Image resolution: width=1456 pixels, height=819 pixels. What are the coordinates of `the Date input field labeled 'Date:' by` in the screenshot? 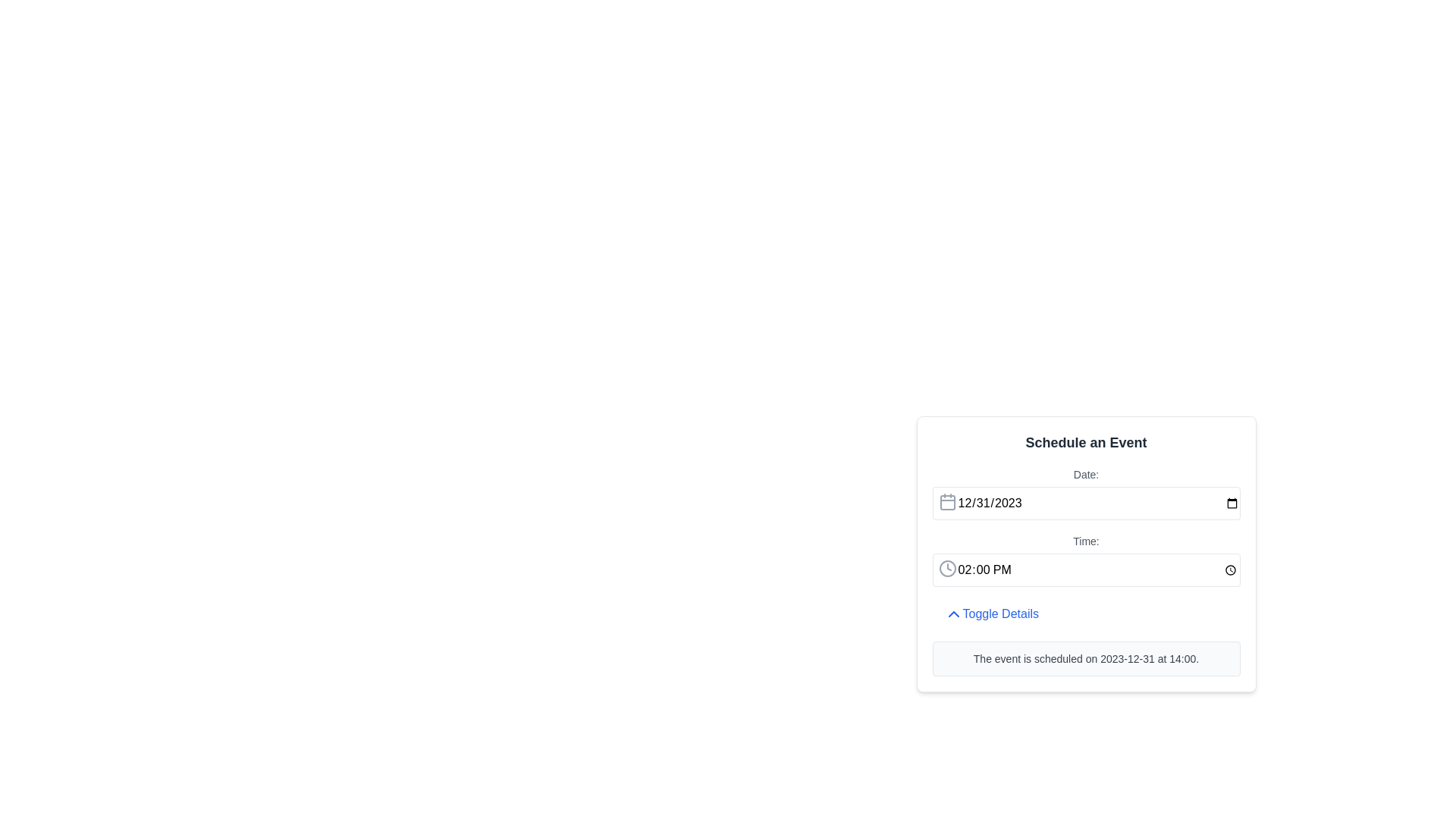 It's located at (1085, 493).